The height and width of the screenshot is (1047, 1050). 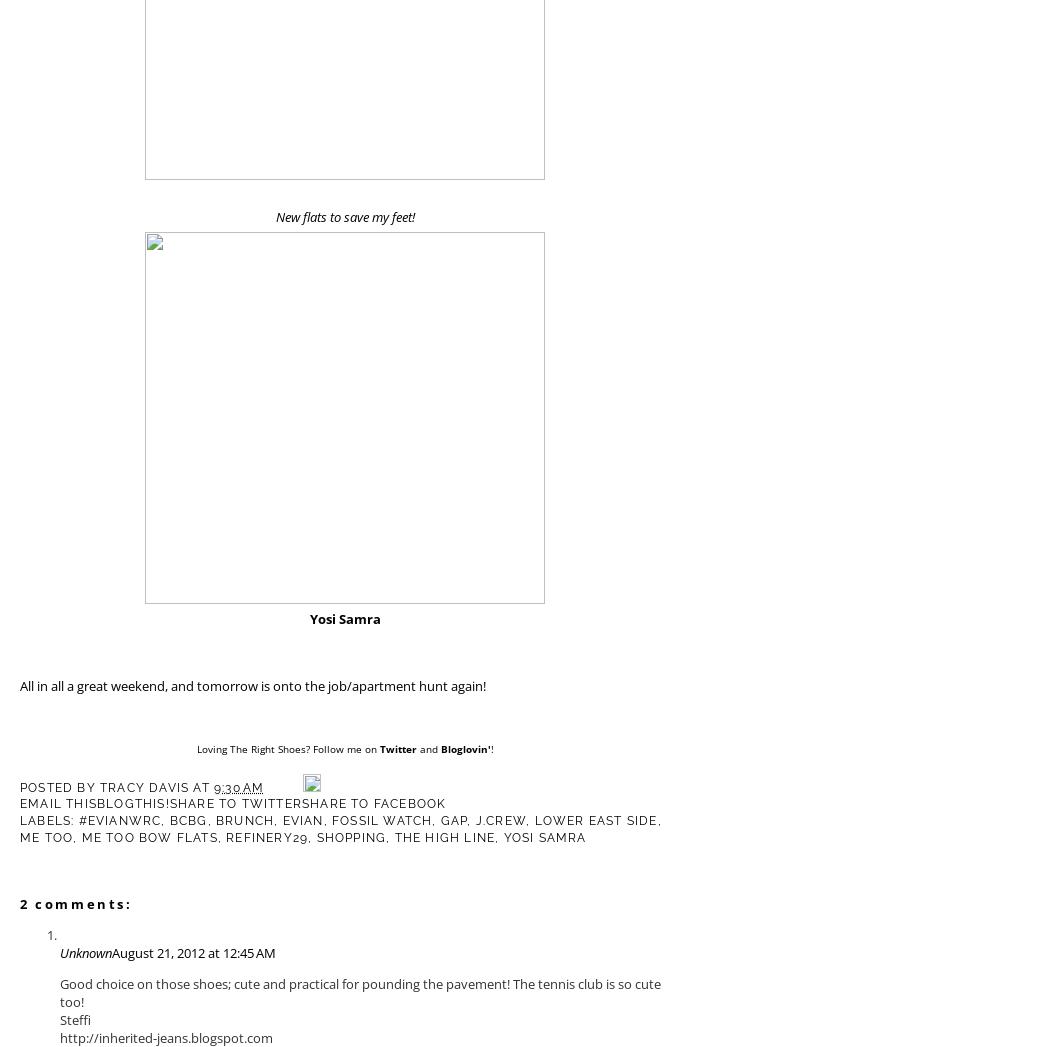 I want to click on 'evian', so click(x=281, y=820).